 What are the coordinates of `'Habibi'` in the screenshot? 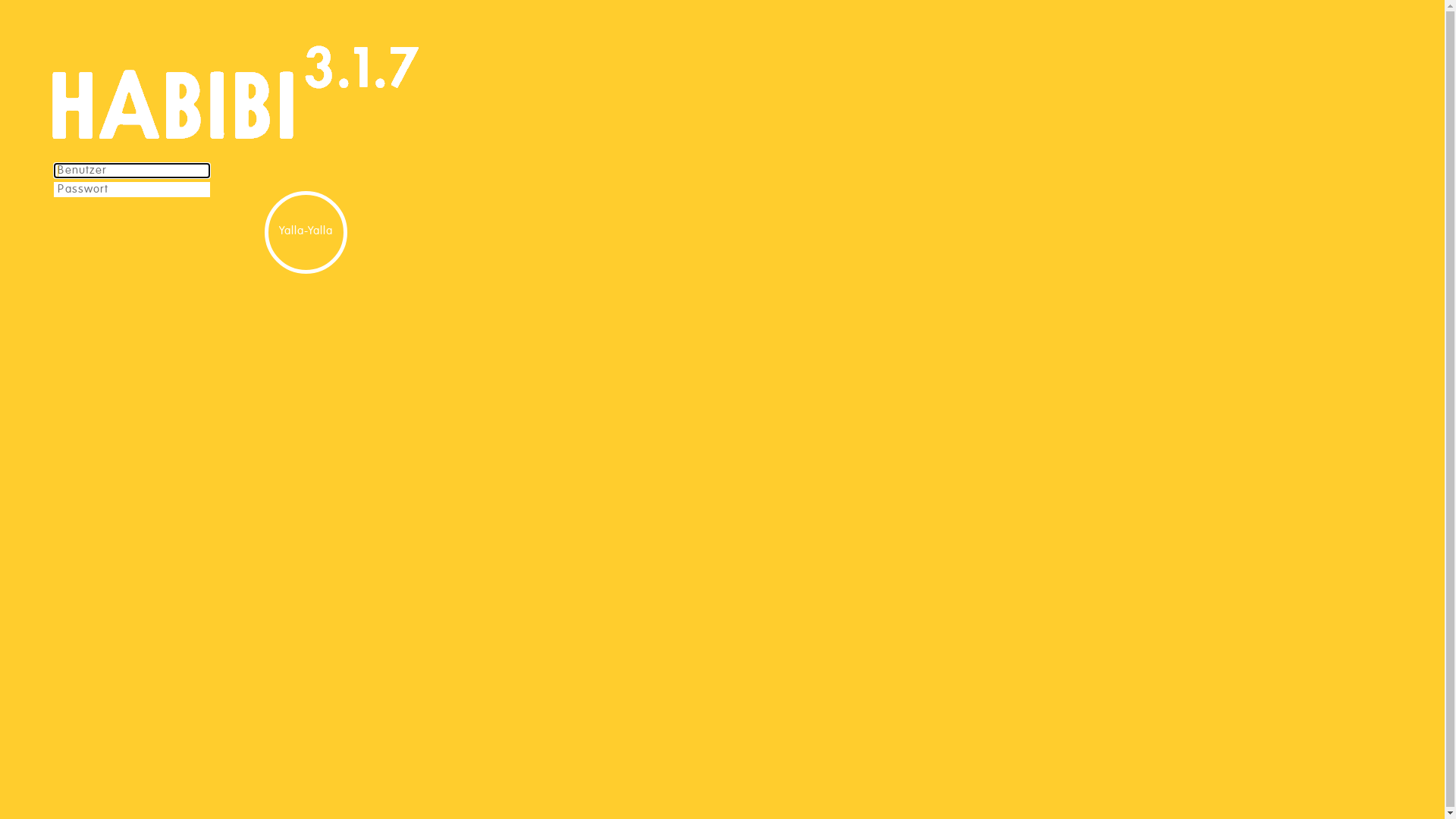 It's located at (318, 90).